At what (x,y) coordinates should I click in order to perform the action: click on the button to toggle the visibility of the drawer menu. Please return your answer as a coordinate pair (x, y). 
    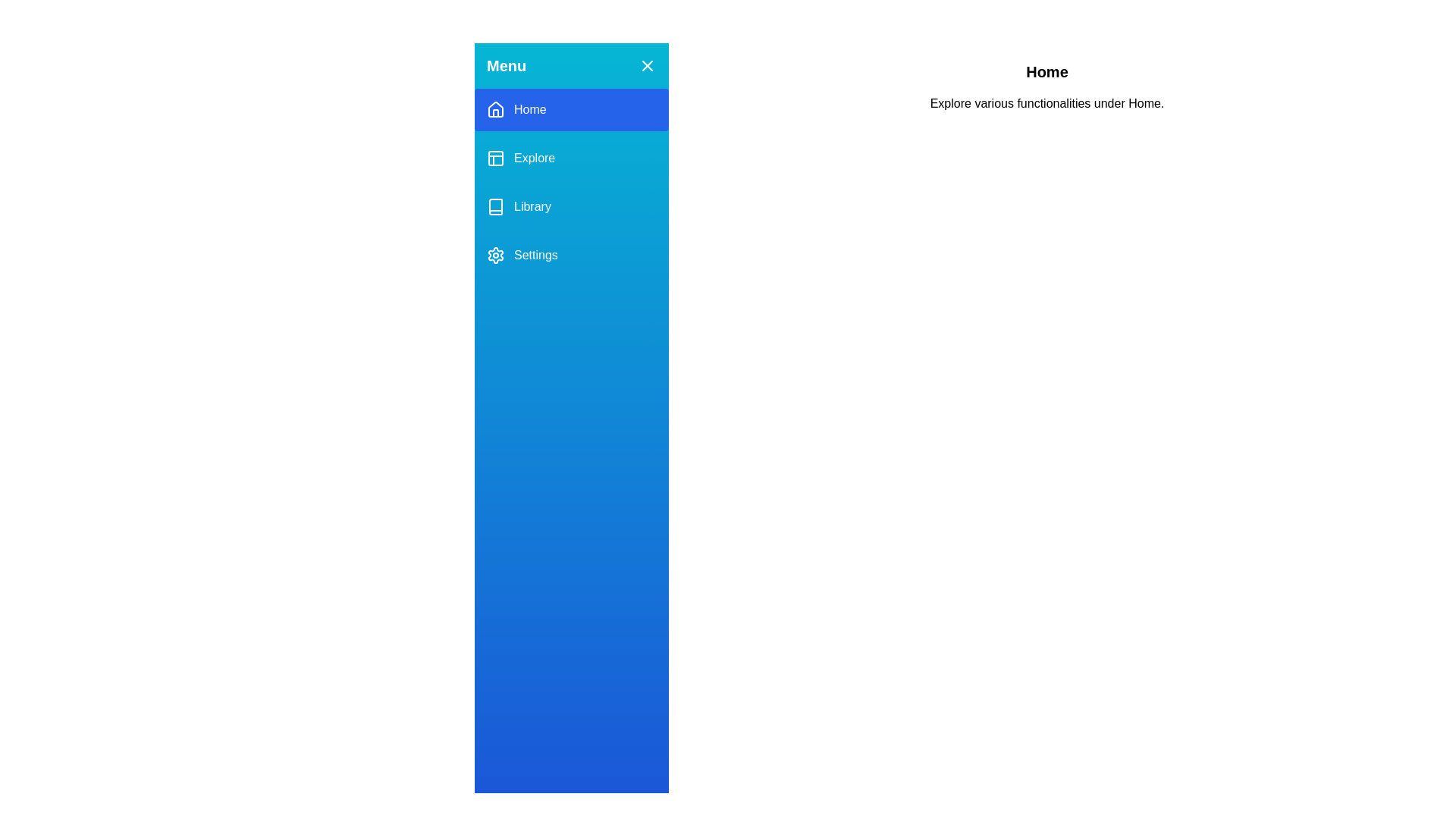
    Looking at the image, I should click on (648, 65).